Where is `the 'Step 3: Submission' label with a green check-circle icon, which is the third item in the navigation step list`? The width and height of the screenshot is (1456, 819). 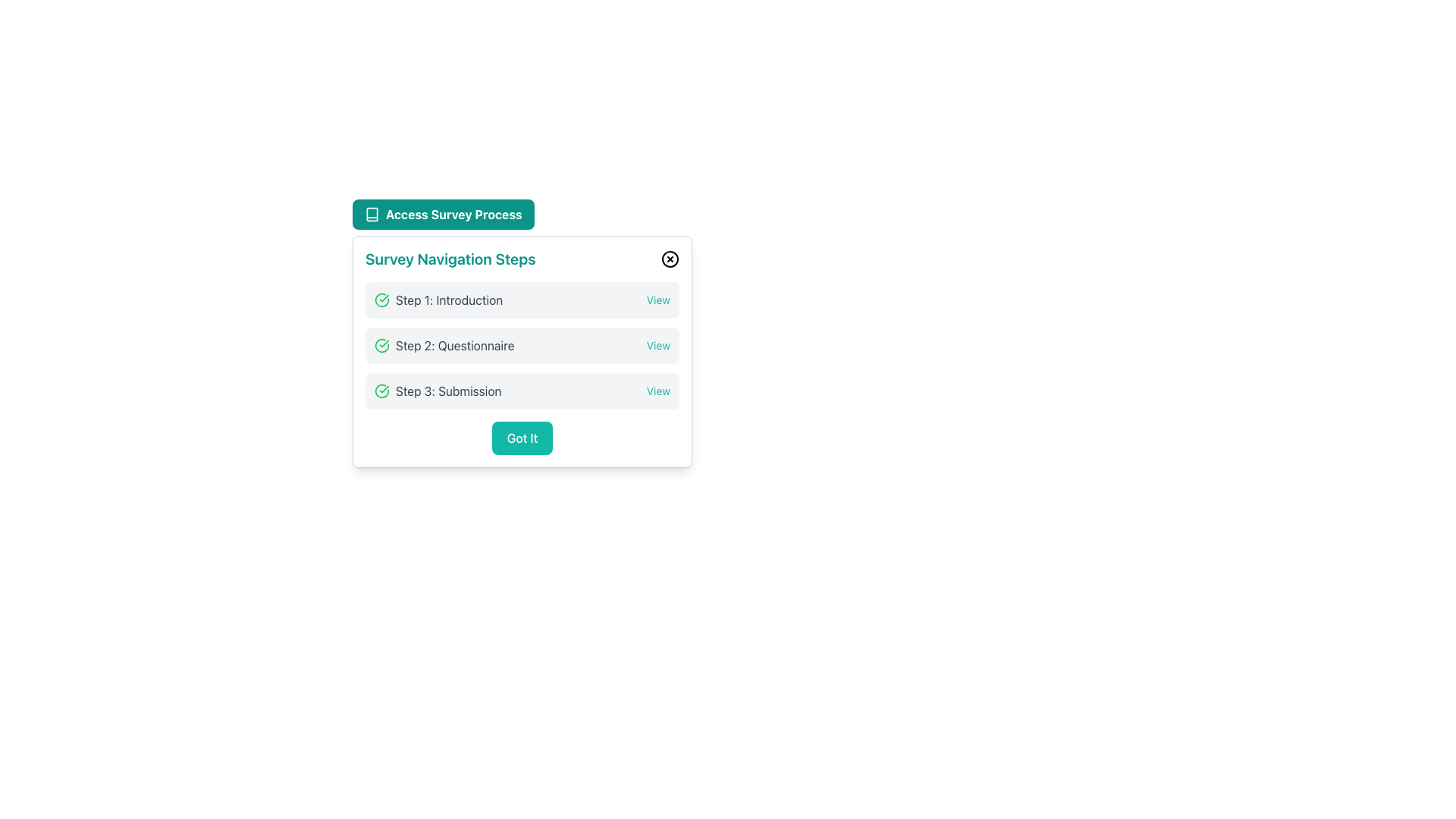
the 'Step 3: Submission' label with a green check-circle icon, which is the third item in the navigation step list is located at coordinates (437, 391).